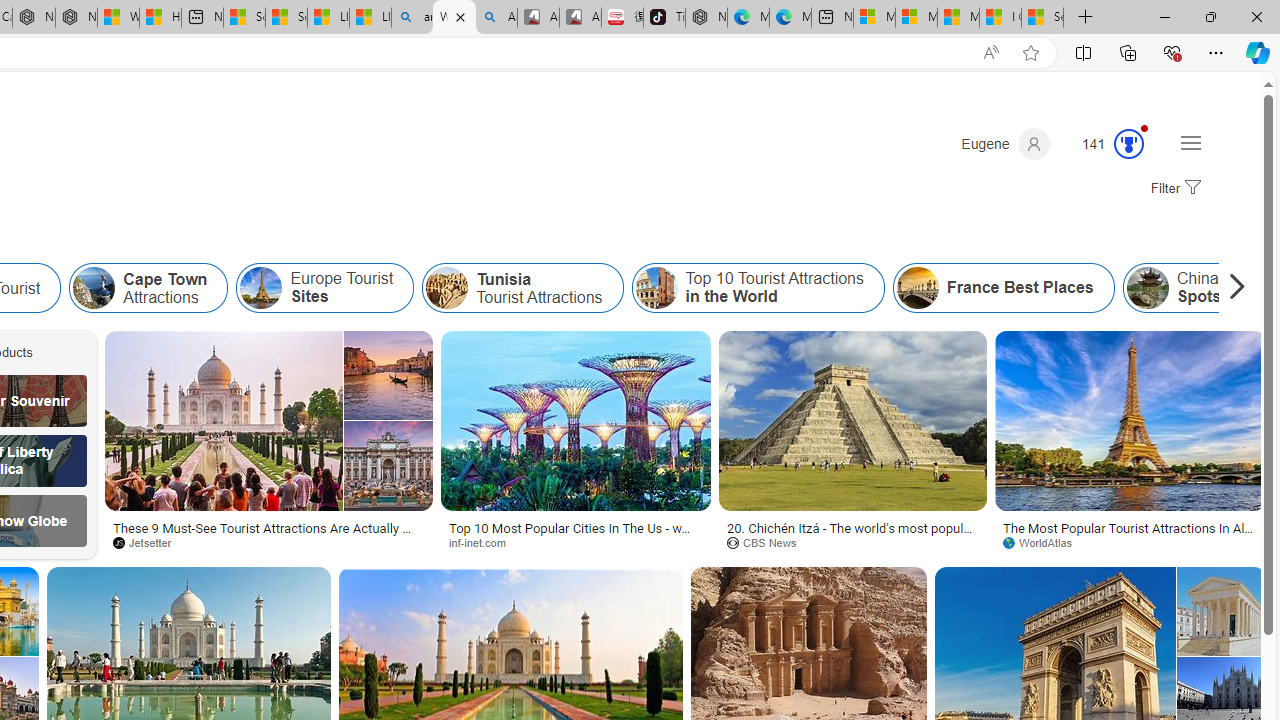 The height and width of the screenshot is (720, 1280). What do you see at coordinates (1147, 288) in the screenshot?
I see `'China Tourist Spots'` at bounding box center [1147, 288].